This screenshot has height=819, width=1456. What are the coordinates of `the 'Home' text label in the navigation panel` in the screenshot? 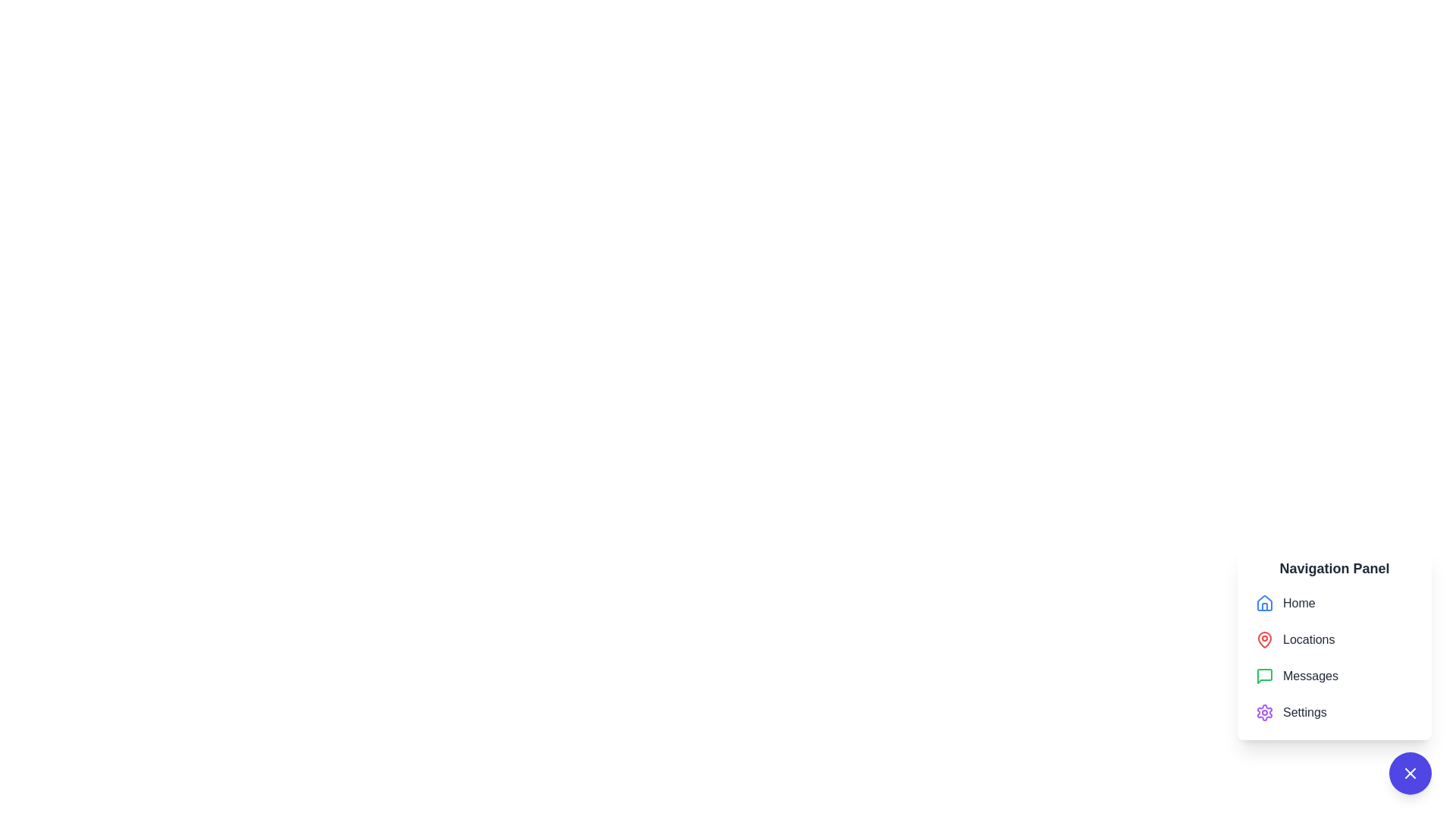 It's located at (1298, 602).